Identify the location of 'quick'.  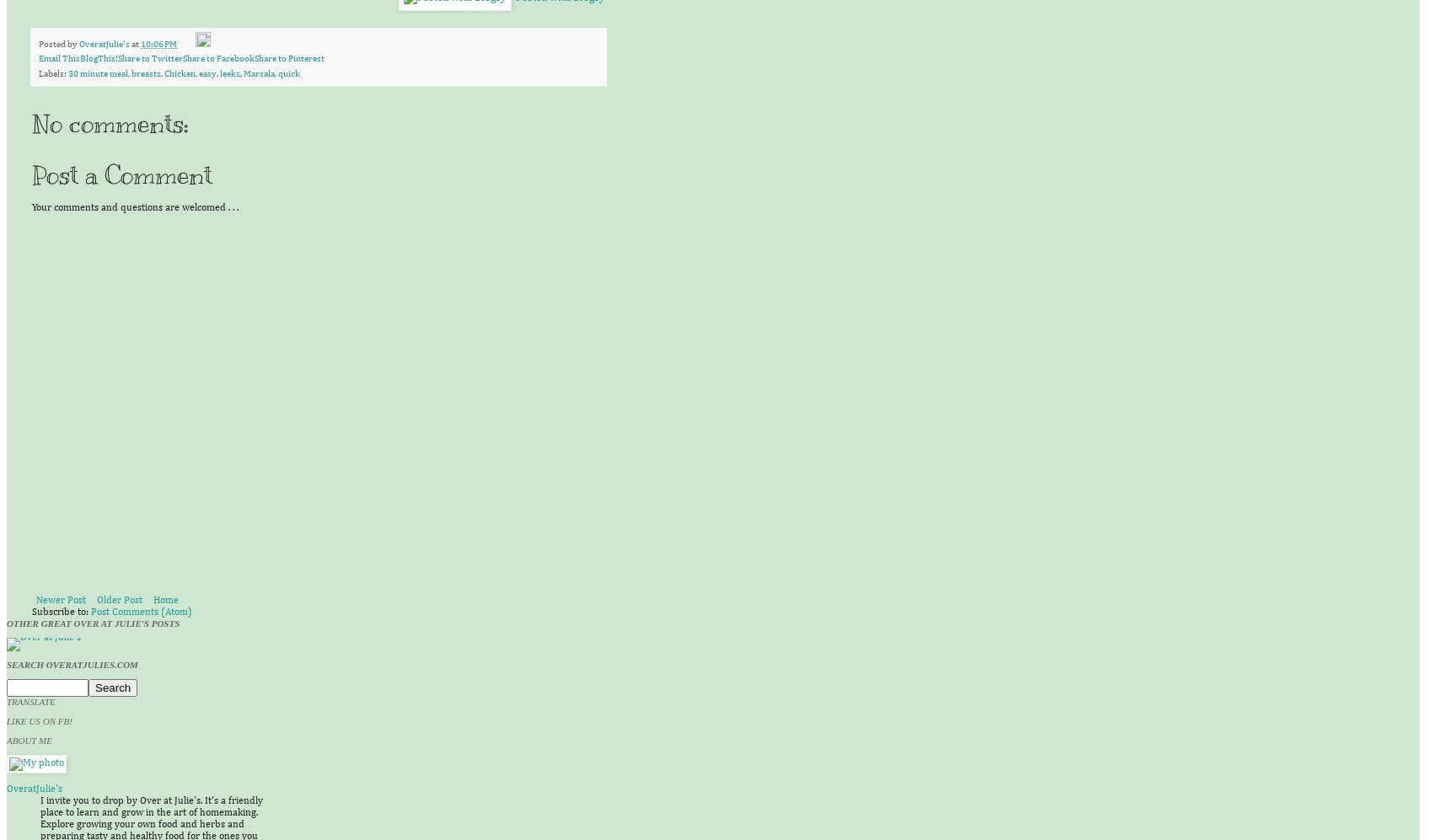
(288, 72).